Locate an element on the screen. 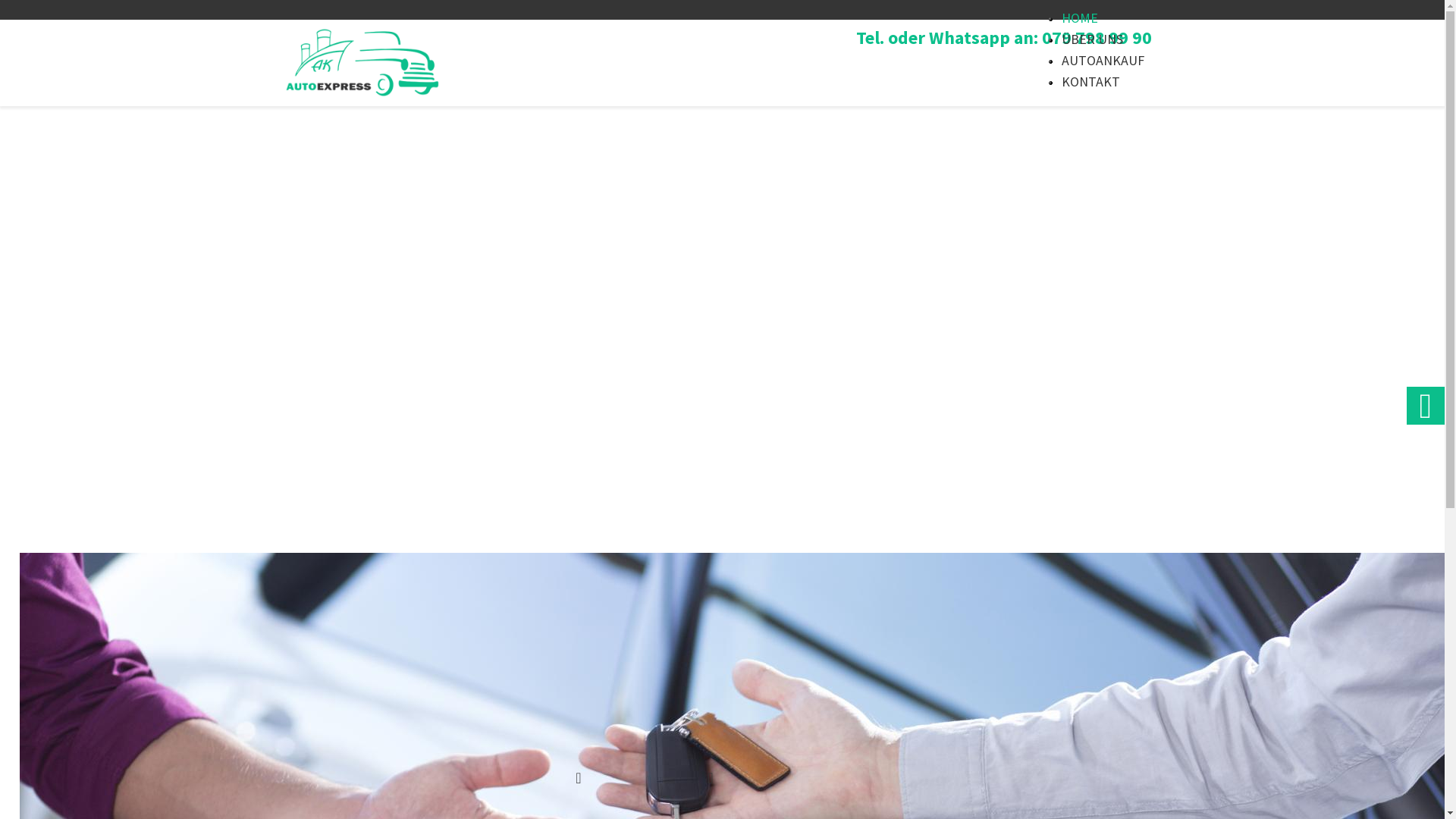 Image resolution: width=1456 pixels, height=819 pixels. '079 798 99 90' is located at coordinates (634, 777).